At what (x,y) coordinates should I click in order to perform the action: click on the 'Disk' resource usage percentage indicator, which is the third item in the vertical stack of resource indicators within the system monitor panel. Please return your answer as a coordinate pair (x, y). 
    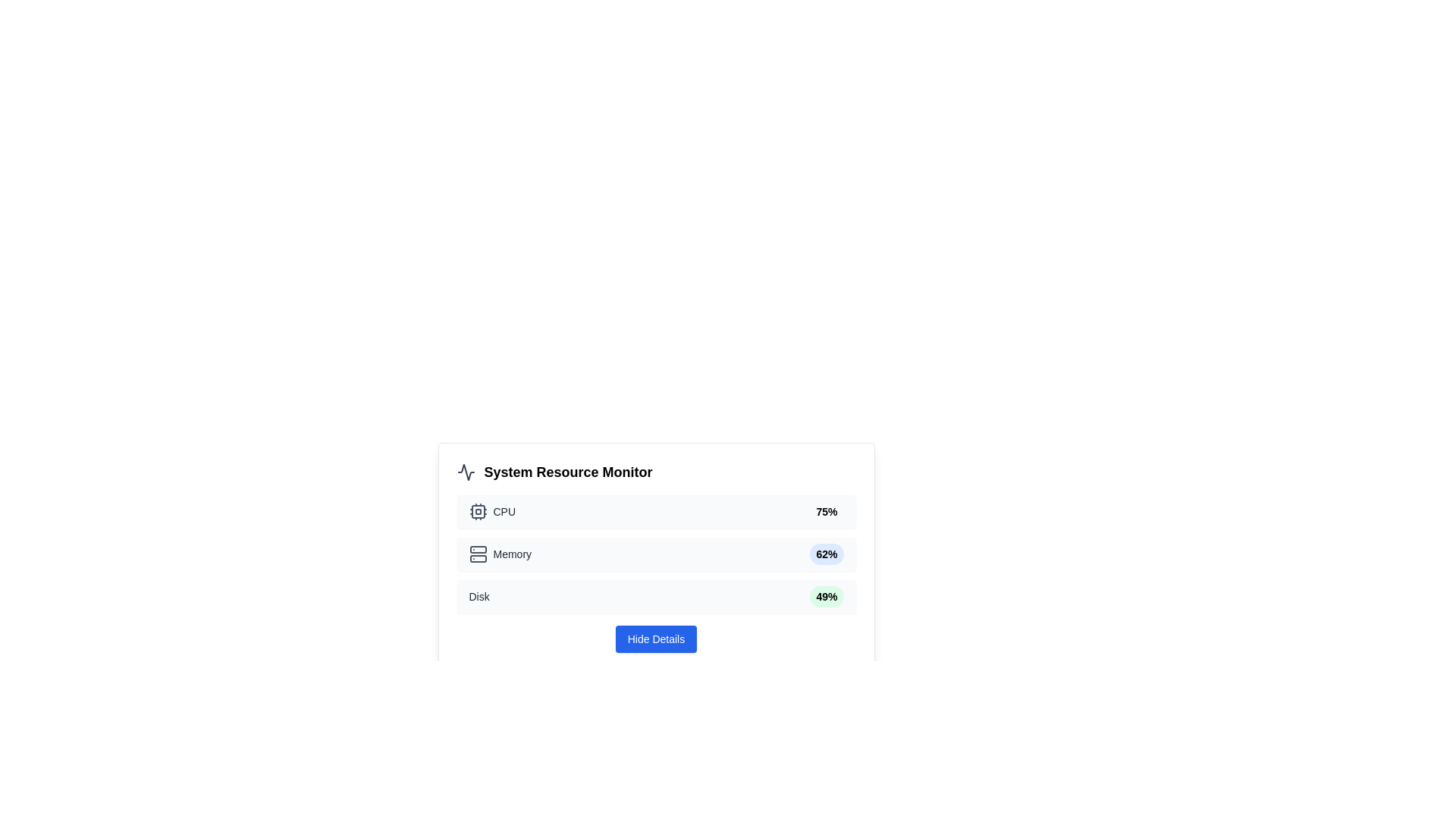
    Looking at the image, I should click on (656, 595).